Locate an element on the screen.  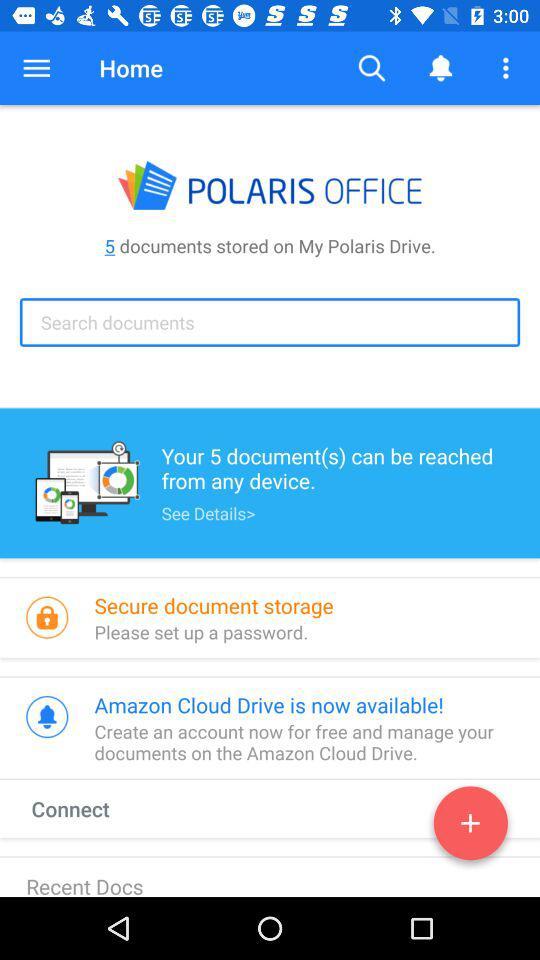
icon next to home item is located at coordinates (36, 68).